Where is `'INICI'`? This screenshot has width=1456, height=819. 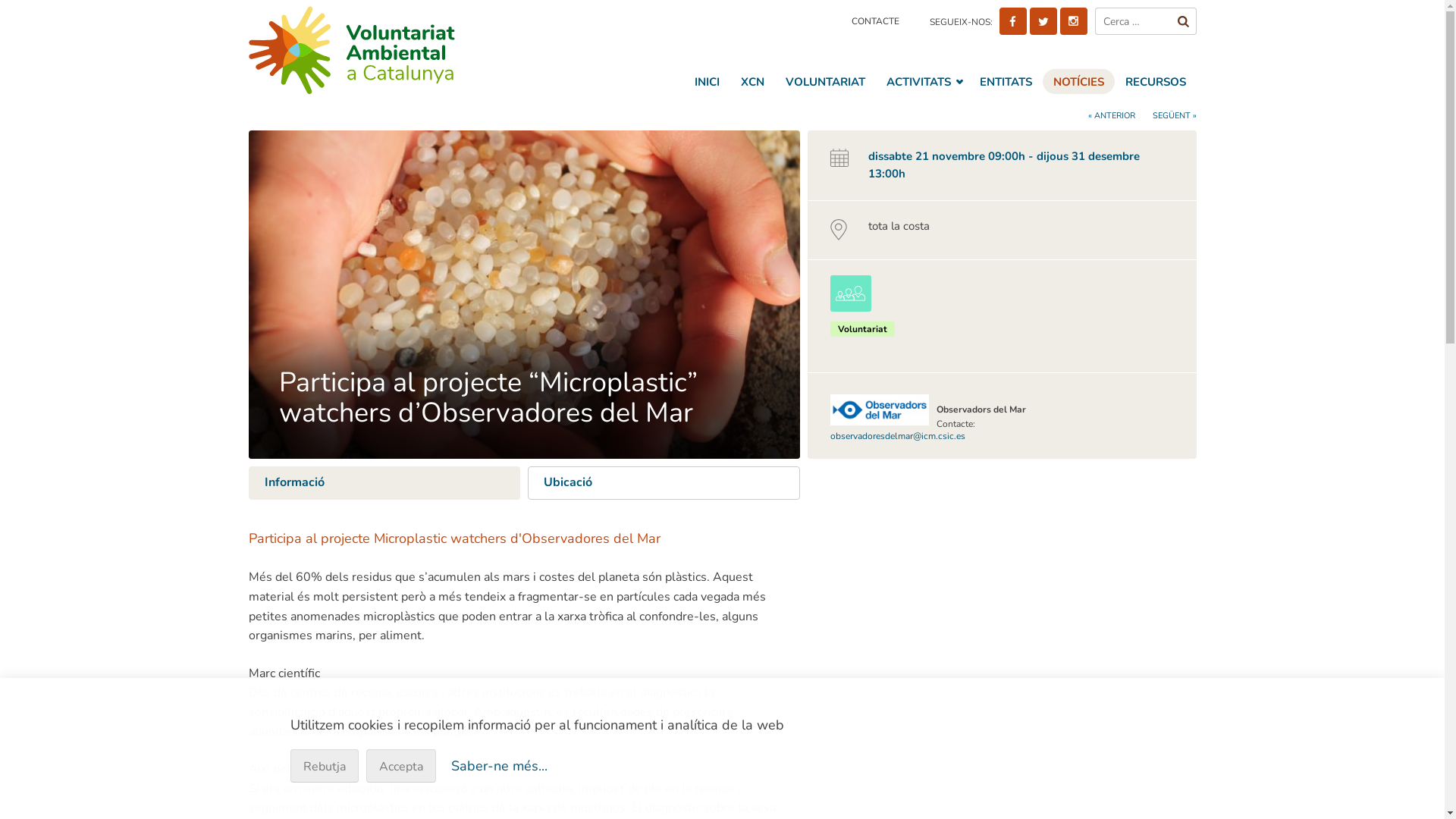 'INICI' is located at coordinates (706, 81).